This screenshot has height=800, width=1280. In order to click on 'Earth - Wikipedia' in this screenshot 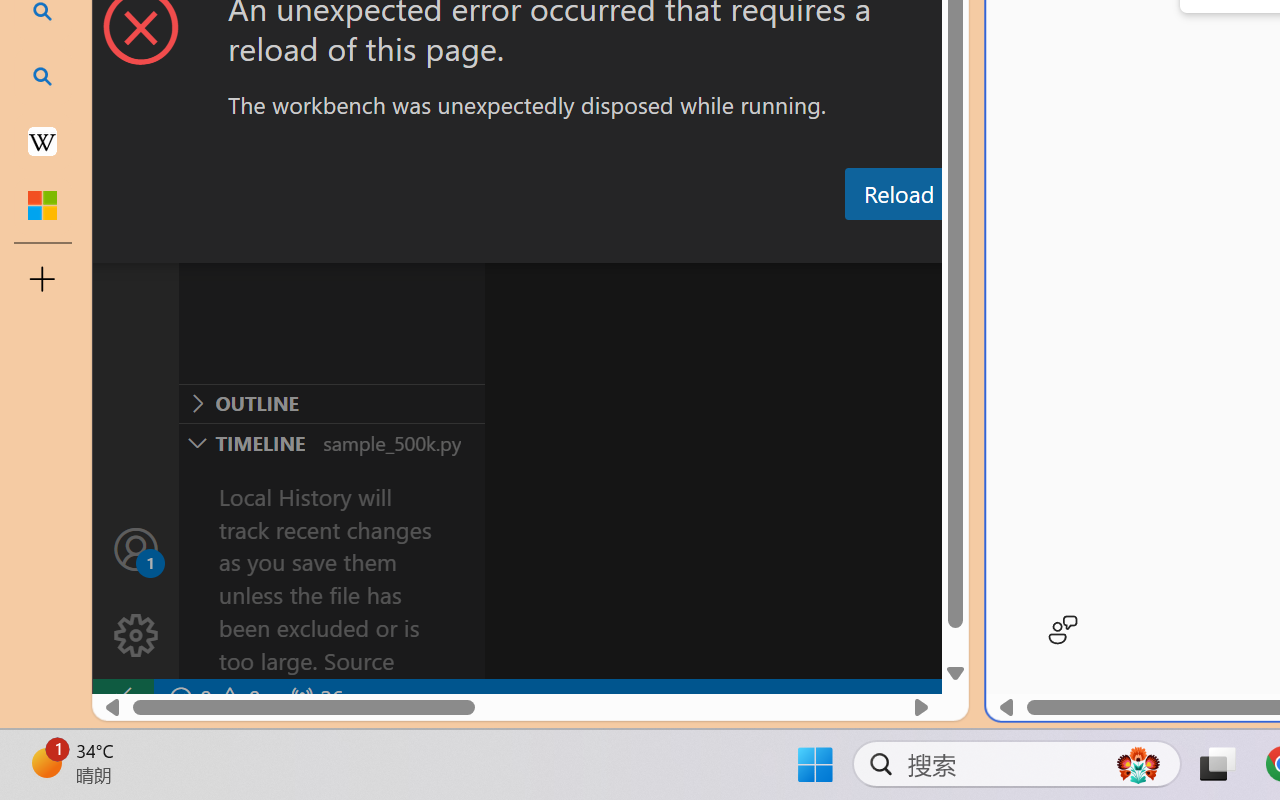, I will do `click(42, 140)`.